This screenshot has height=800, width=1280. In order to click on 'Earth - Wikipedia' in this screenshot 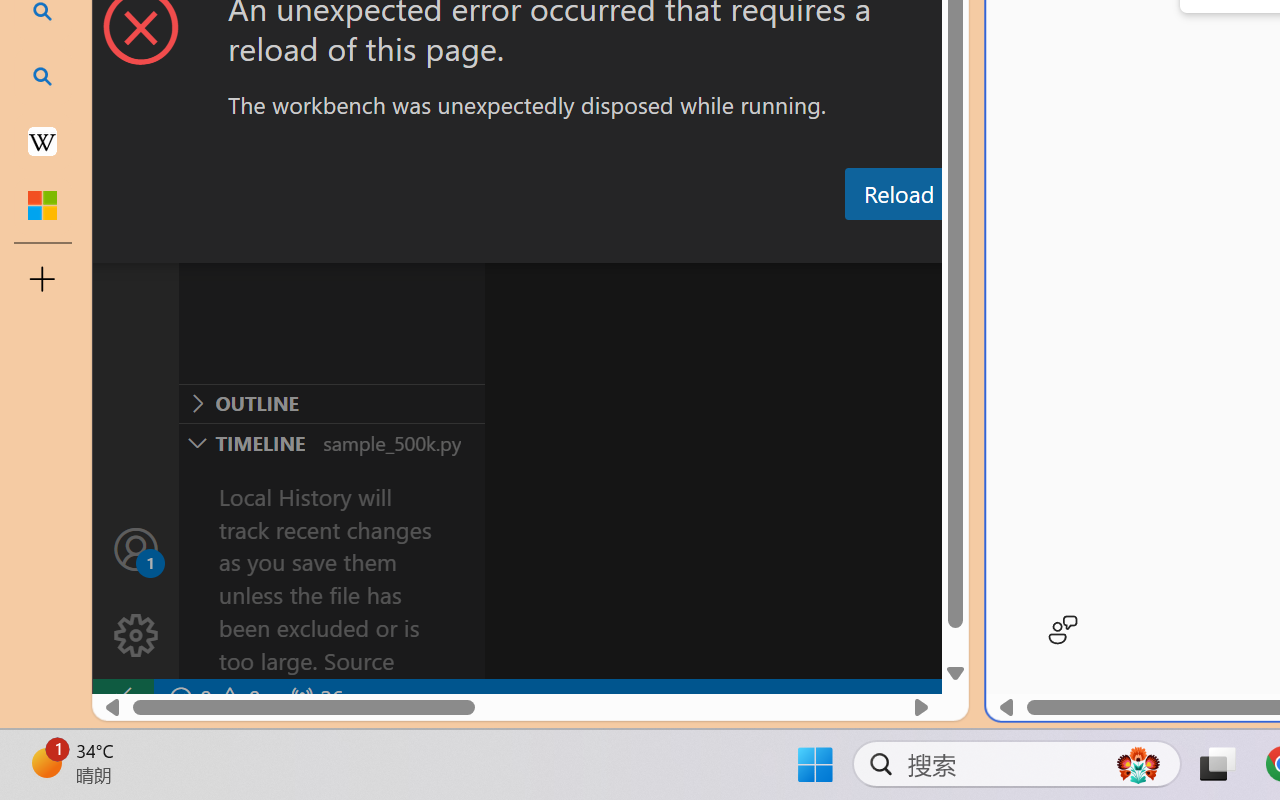, I will do `click(42, 140)`.